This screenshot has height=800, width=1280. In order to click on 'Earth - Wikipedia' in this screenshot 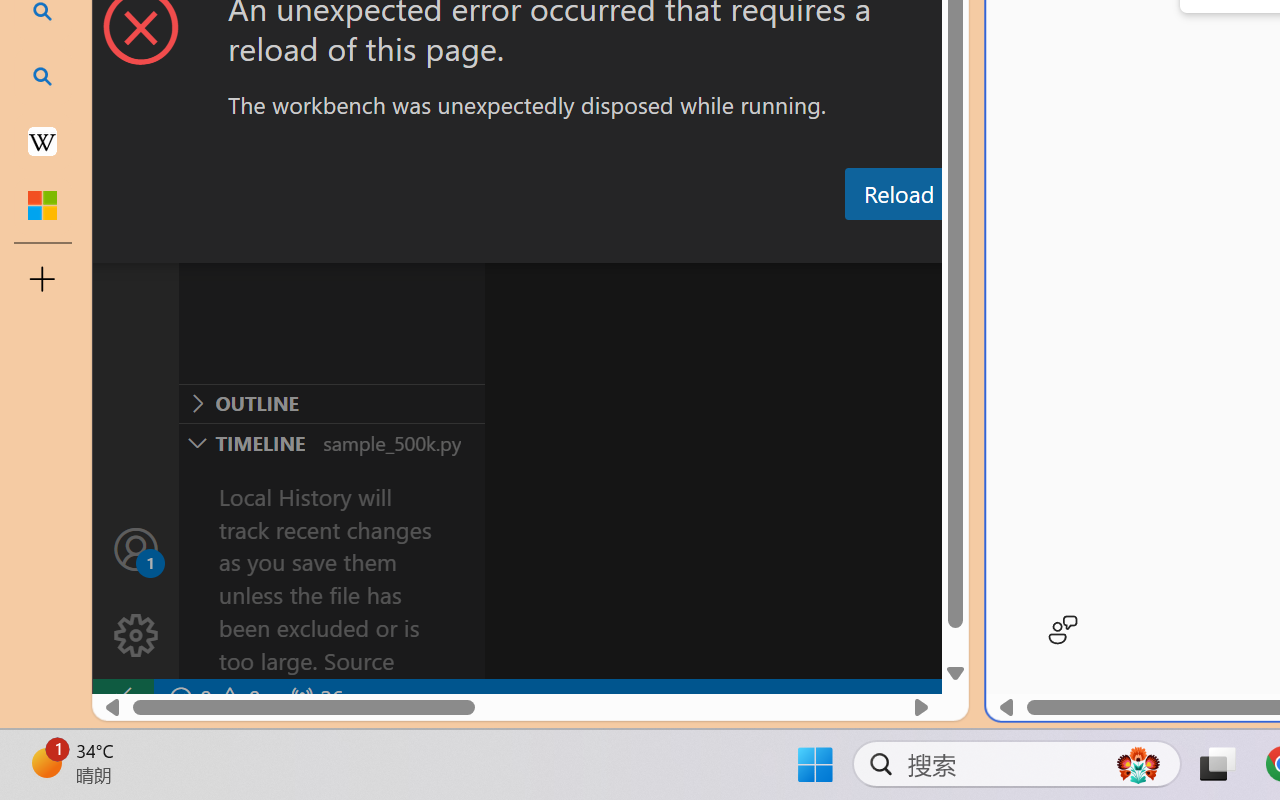, I will do `click(42, 140)`.